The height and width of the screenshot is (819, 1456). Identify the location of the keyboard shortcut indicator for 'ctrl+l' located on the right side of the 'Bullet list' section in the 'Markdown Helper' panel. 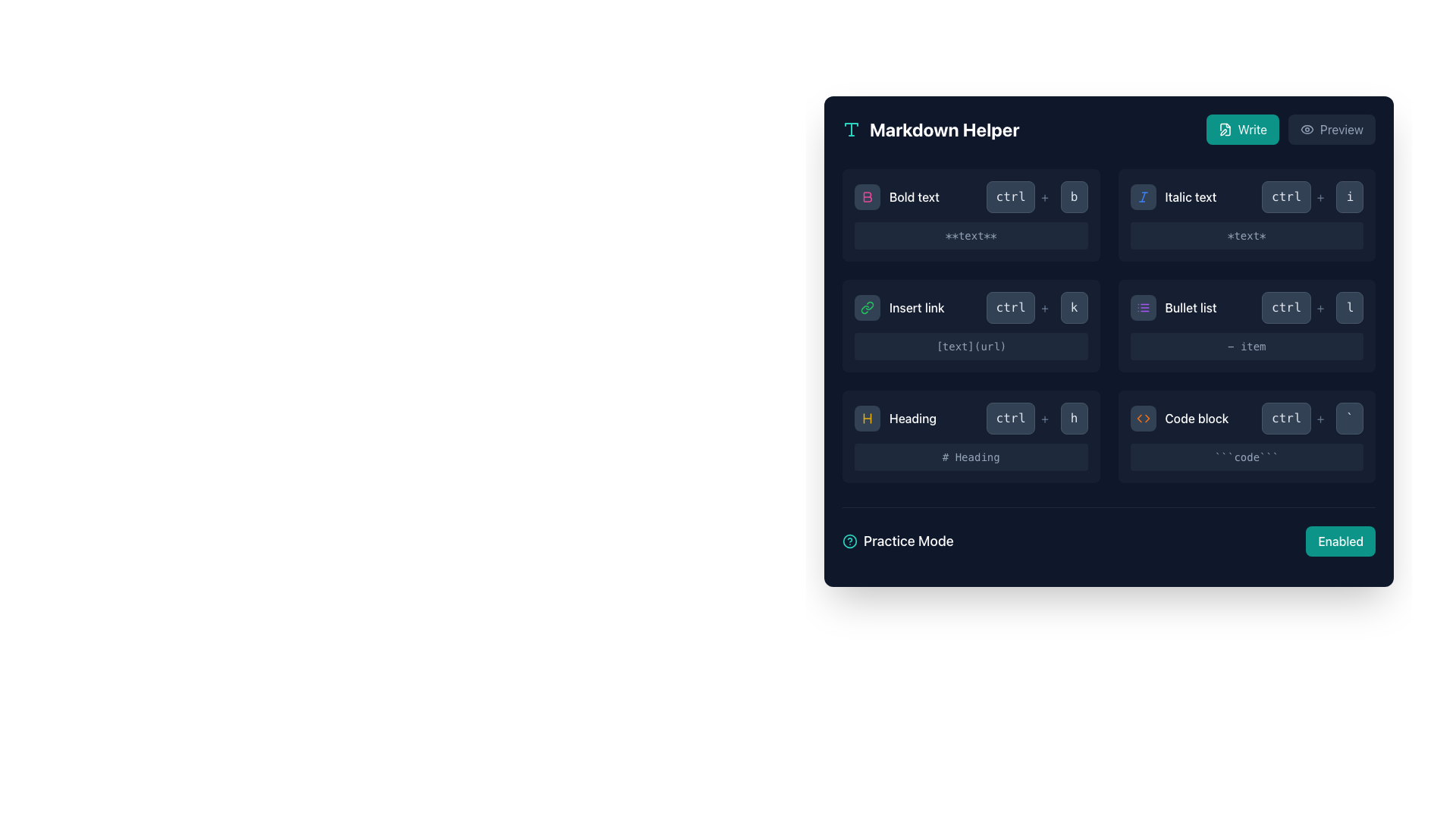
(1312, 307).